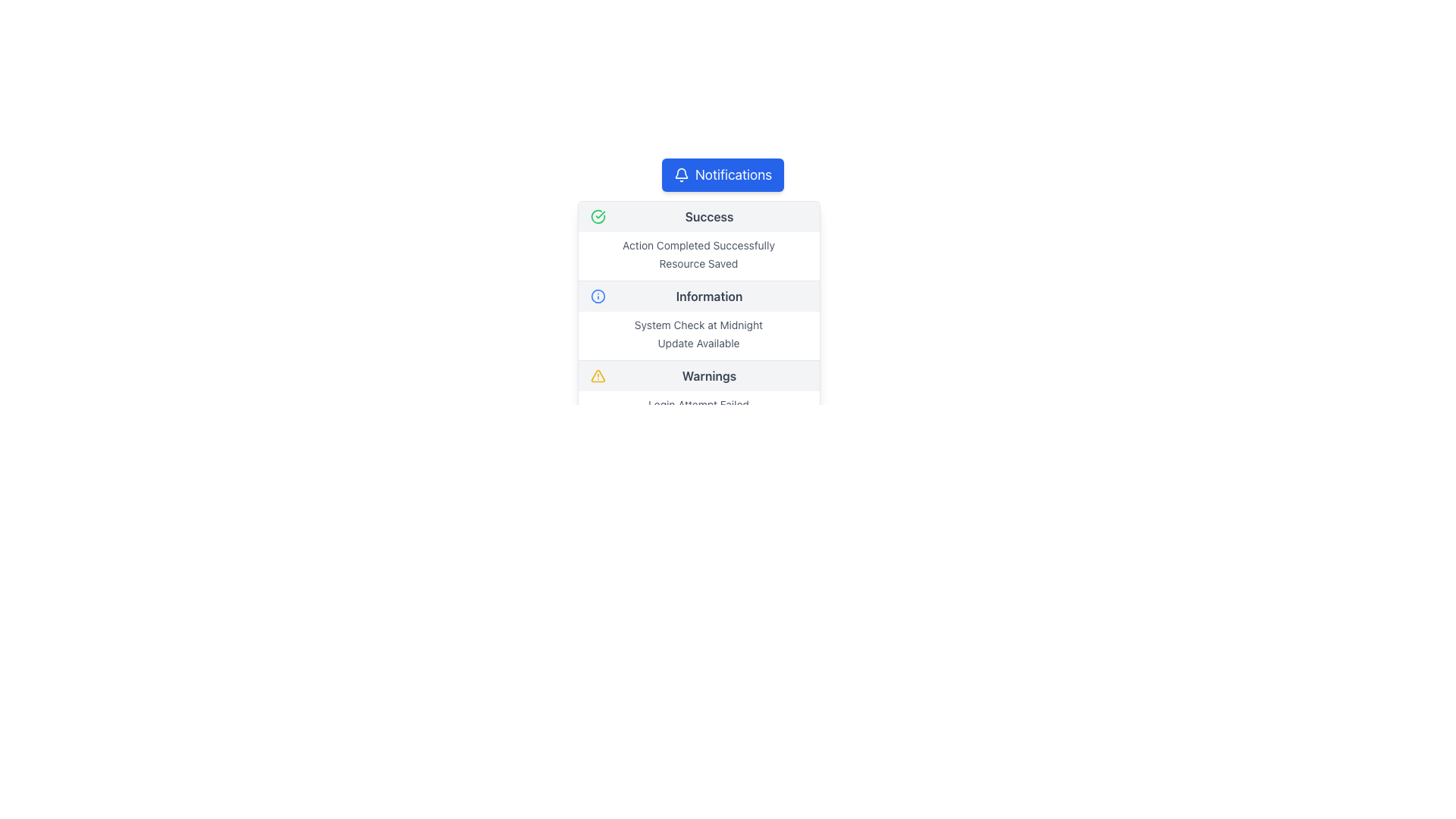 The height and width of the screenshot is (819, 1456). Describe the element at coordinates (698, 256) in the screenshot. I see `the success message displayed in the Text Display located in the 'Success' section, positioned below the label 'Success' and above the section labeled 'Information'` at that location.